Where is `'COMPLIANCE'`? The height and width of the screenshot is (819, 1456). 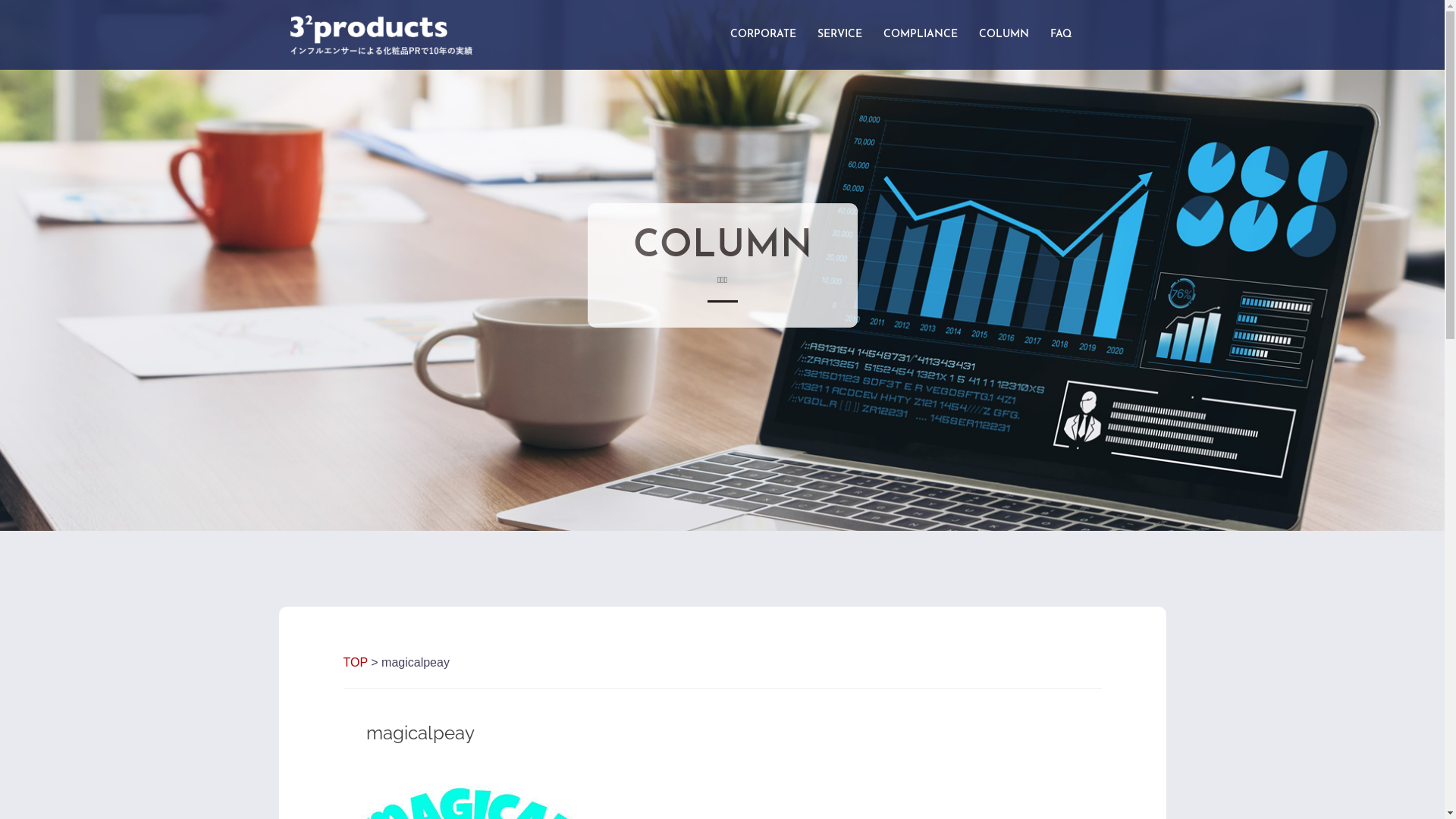 'COMPLIANCE' is located at coordinates (919, 34).